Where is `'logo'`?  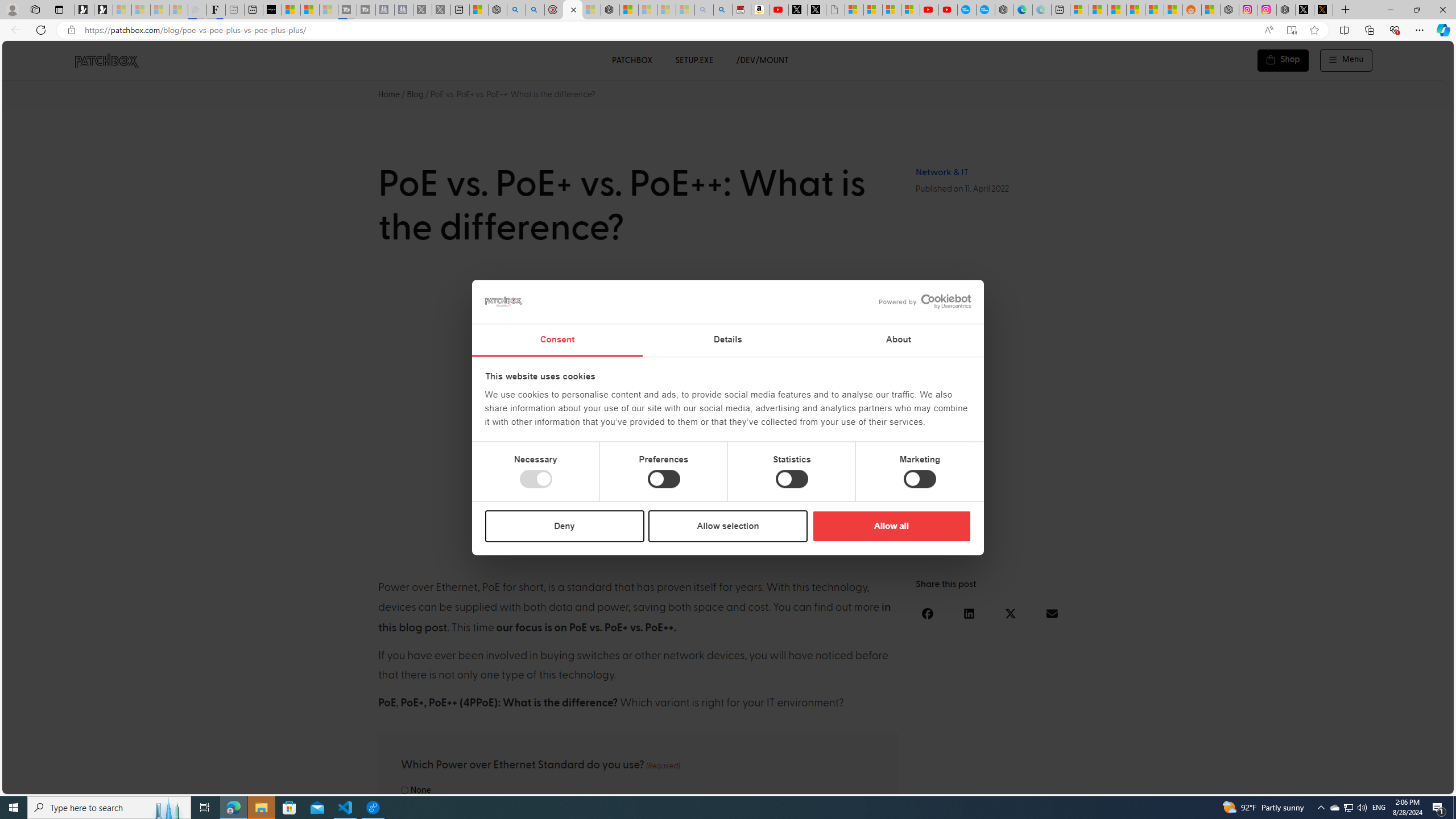
'logo' is located at coordinates (503, 301).